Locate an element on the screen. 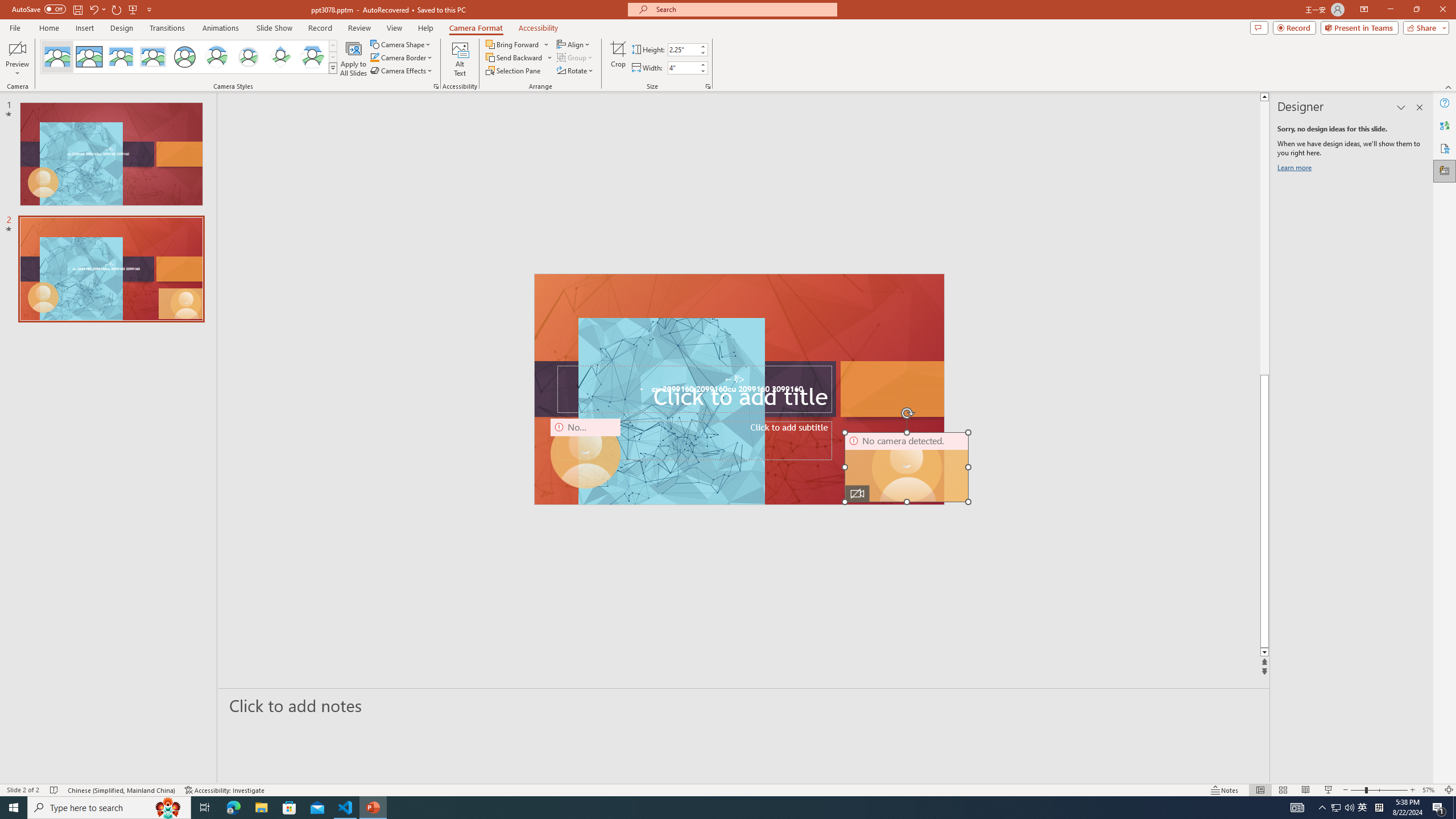  'Apply to All Slides' is located at coordinates (353, 59).